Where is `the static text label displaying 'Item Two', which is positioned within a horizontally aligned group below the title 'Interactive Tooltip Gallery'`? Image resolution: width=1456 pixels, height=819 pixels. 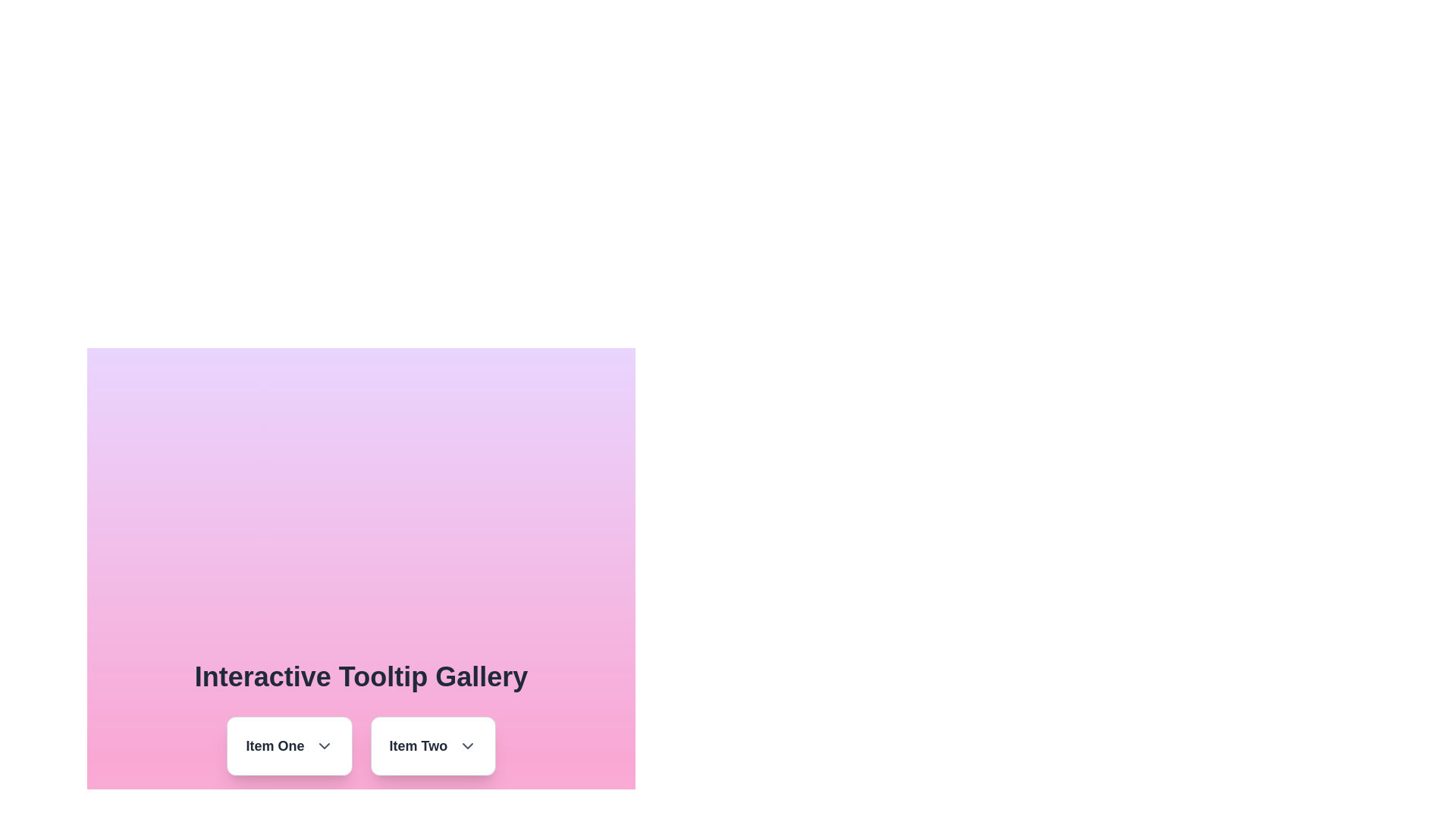
the static text label displaying 'Item Two', which is positioned within a horizontally aligned group below the title 'Interactive Tooltip Gallery' is located at coordinates (418, 745).